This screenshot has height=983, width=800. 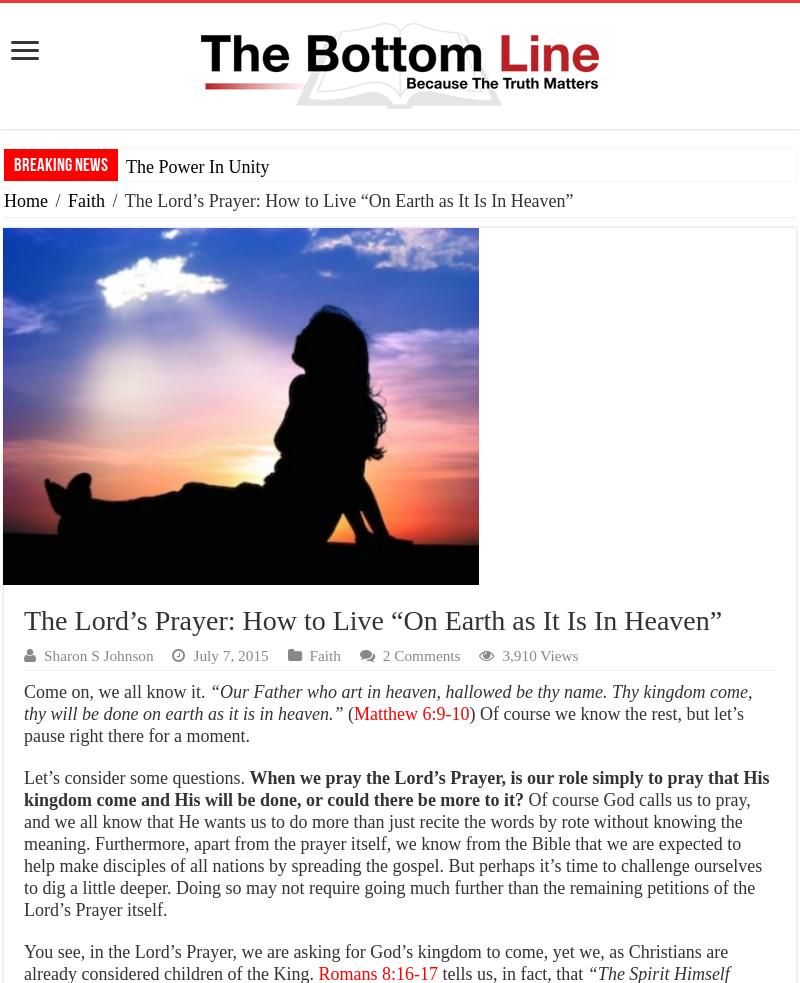 I want to click on 'July 7, 2015', so click(x=230, y=655).